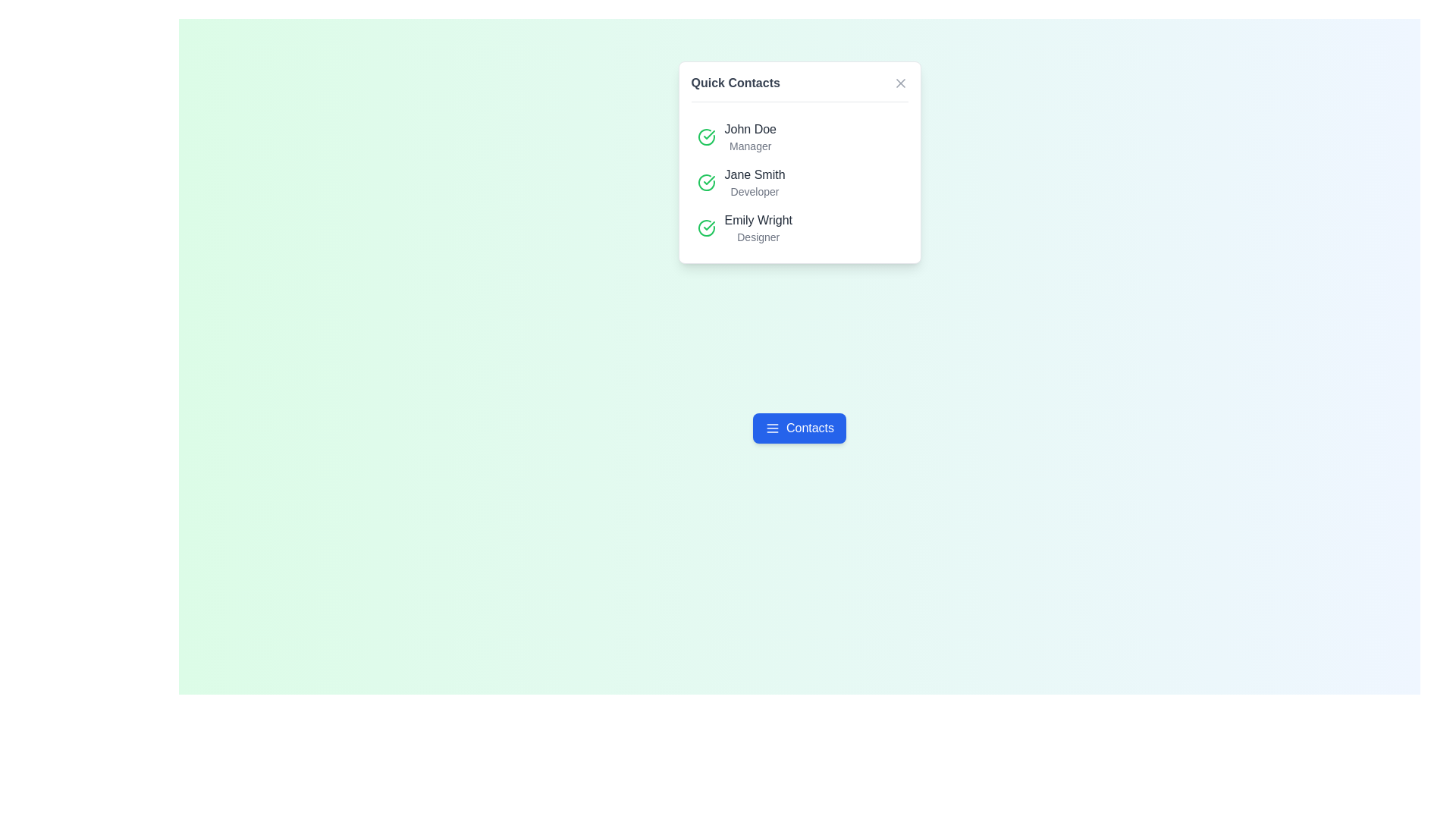  What do you see at coordinates (758, 227) in the screenshot?
I see `information displayed in the text block that shows the name and title of a contact, which is the third item in the 'Quick Contacts' card` at bounding box center [758, 227].